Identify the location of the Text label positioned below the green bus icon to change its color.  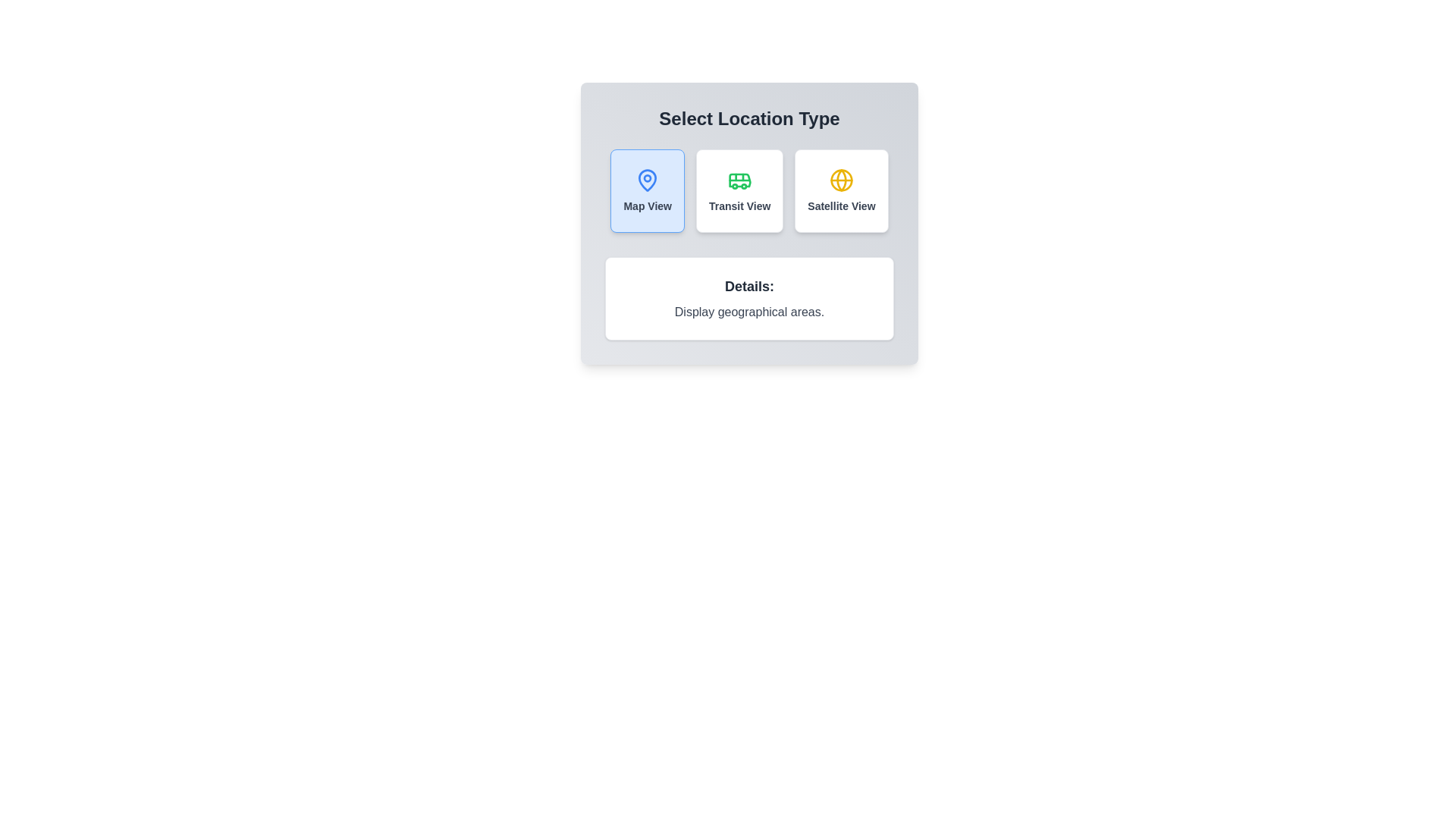
(739, 206).